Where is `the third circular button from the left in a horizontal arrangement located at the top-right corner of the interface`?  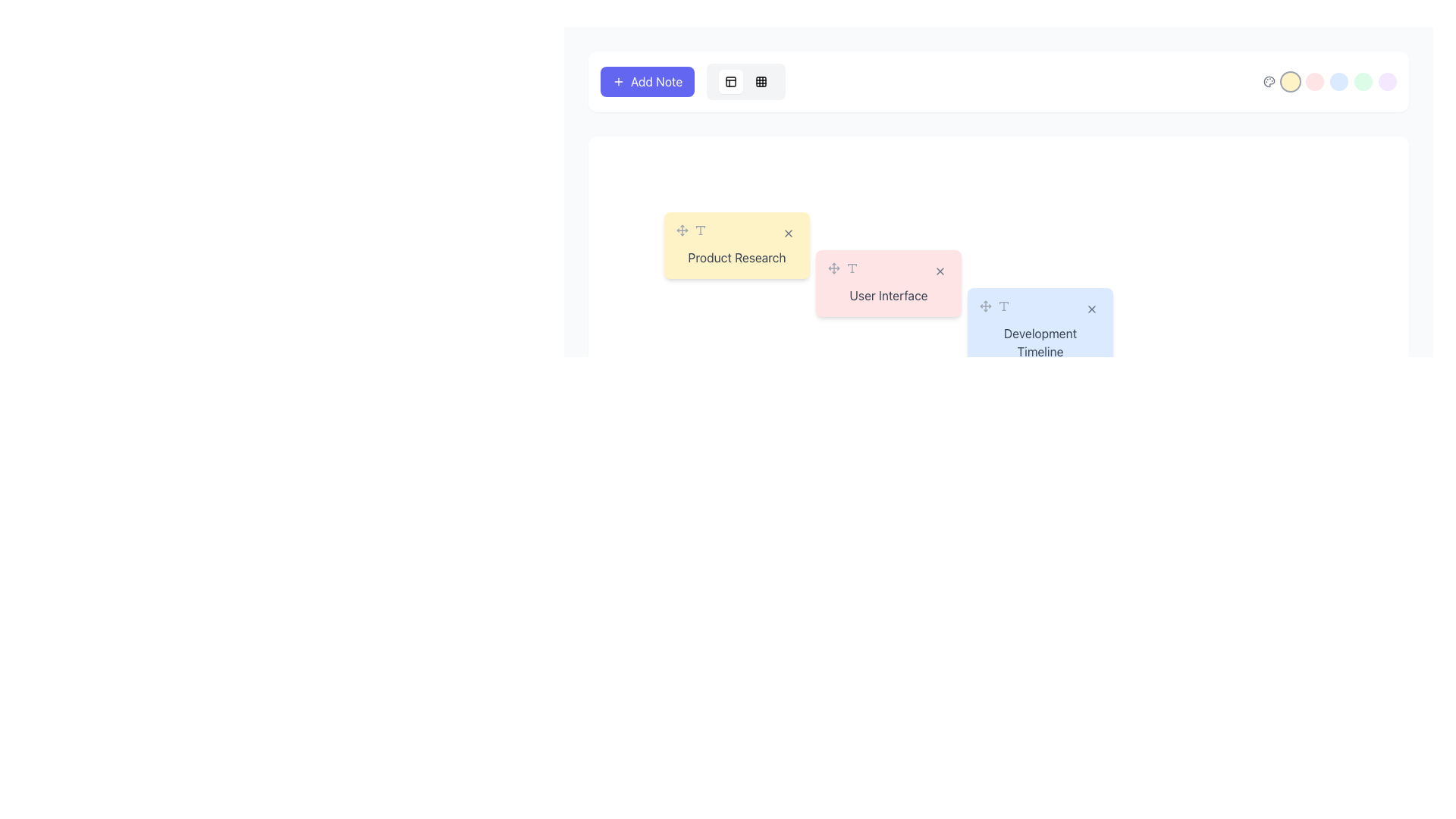 the third circular button from the left in a horizontal arrangement located at the top-right corner of the interface is located at coordinates (1313, 82).